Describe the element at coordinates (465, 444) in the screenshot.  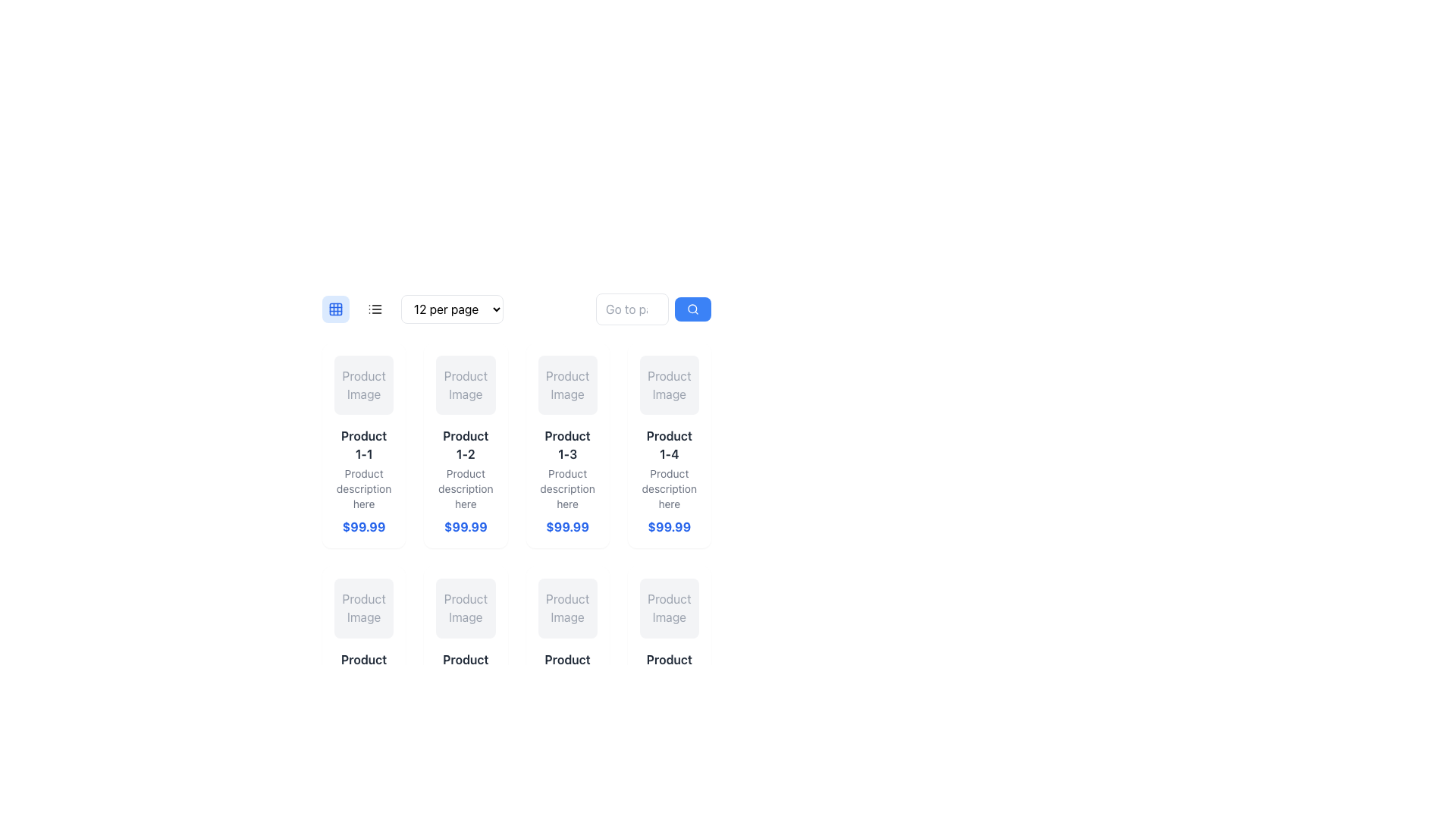
I see `static text label that serves as the title or identifier for a product in the second column of the grid layout, located at the top of the product card` at that location.